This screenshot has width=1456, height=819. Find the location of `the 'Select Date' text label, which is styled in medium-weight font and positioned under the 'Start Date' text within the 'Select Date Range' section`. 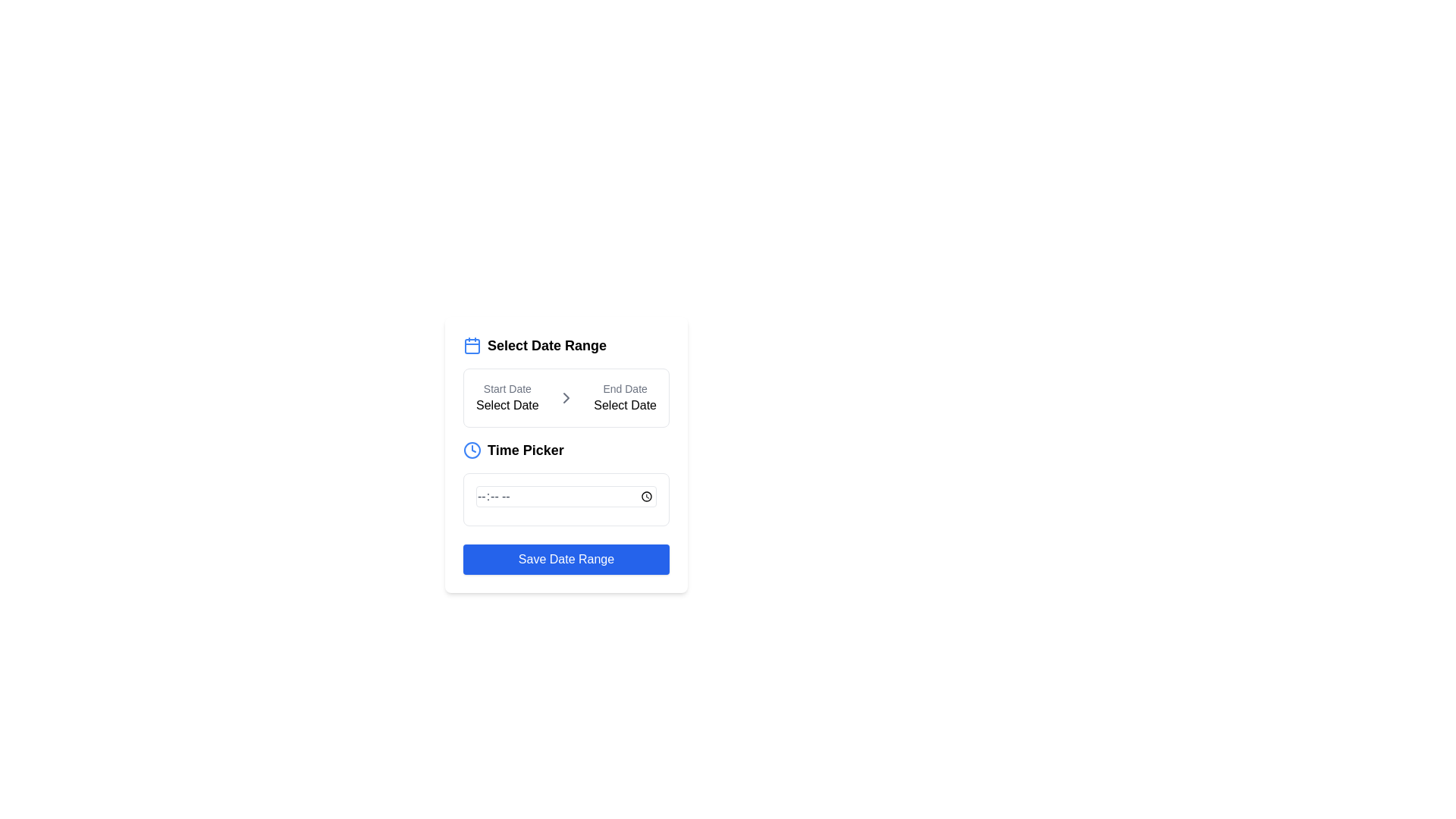

the 'Select Date' text label, which is styled in medium-weight font and positioned under the 'Start Date' text within the 'Select Date Range' section is located at coordinates (507, 404).